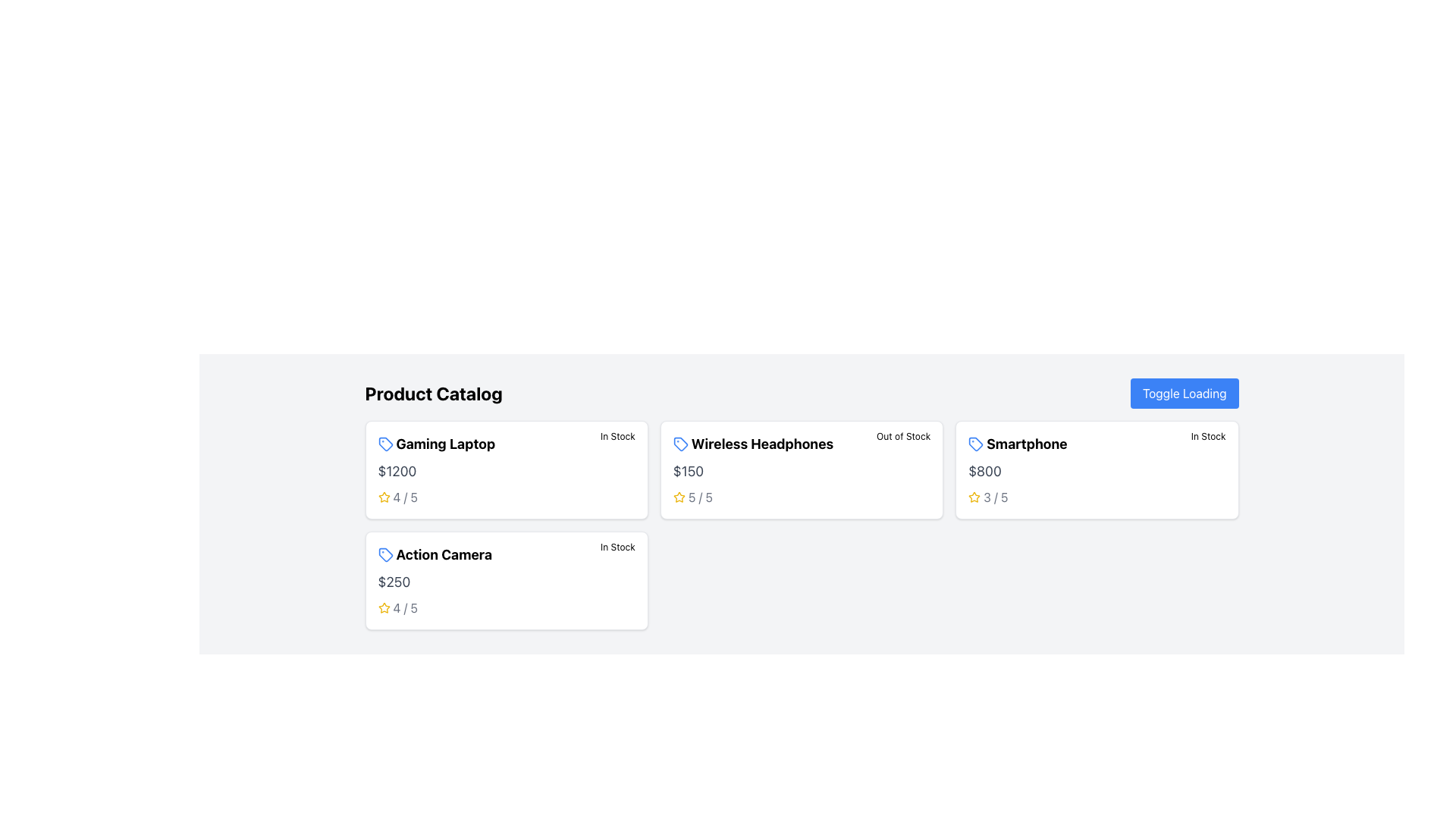  I want to click on the Rating display for the 'Smartphone' product, which shows a rating value of 3 out of 5, located in the bottom-right section of the product card, so click(988, 497).